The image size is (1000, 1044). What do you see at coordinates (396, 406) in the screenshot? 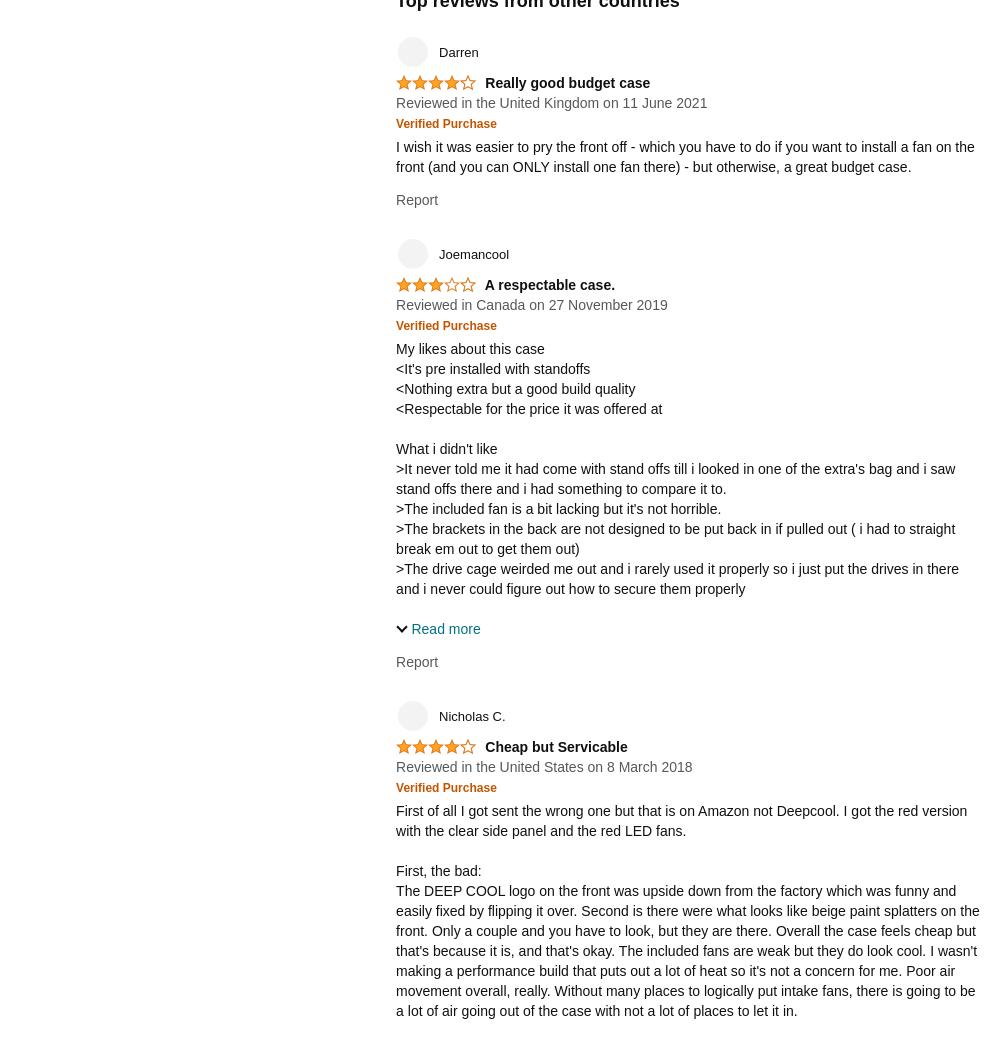
I see `'<Respectable for the price it was offered at'` at bounding box center [396, 406].